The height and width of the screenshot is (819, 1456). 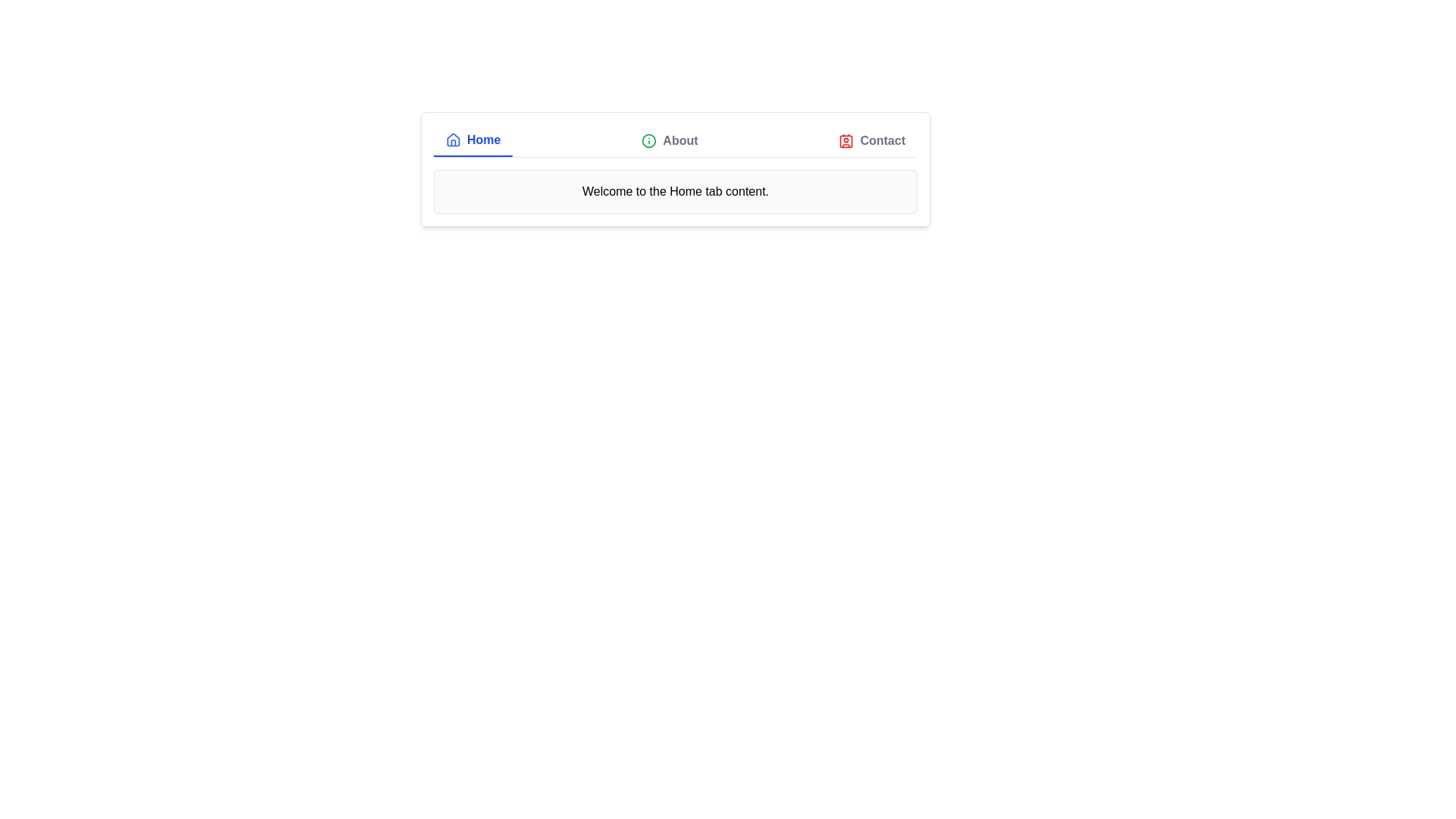 I want to click on the 'Contact' icon located at the left side of the 'Contact' text in the top-right navigation menu of the main interface, so click(x=846, y=140).